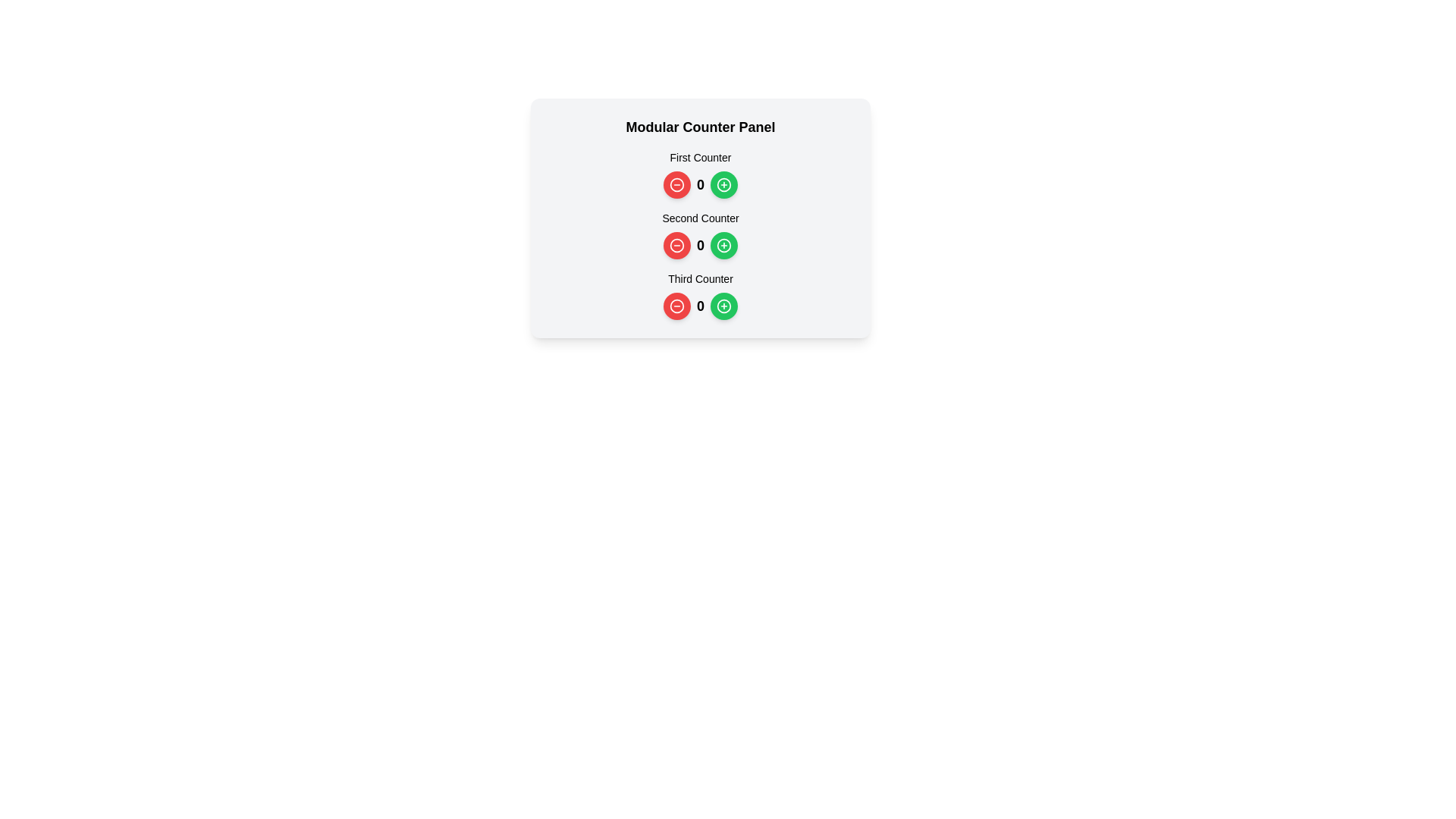 The image size is (1456, 819). Describe the element at coordinates (676, 184) in the screenshot. I see `the first button in the first row of the counter panel to decrease the counter value` at that location.